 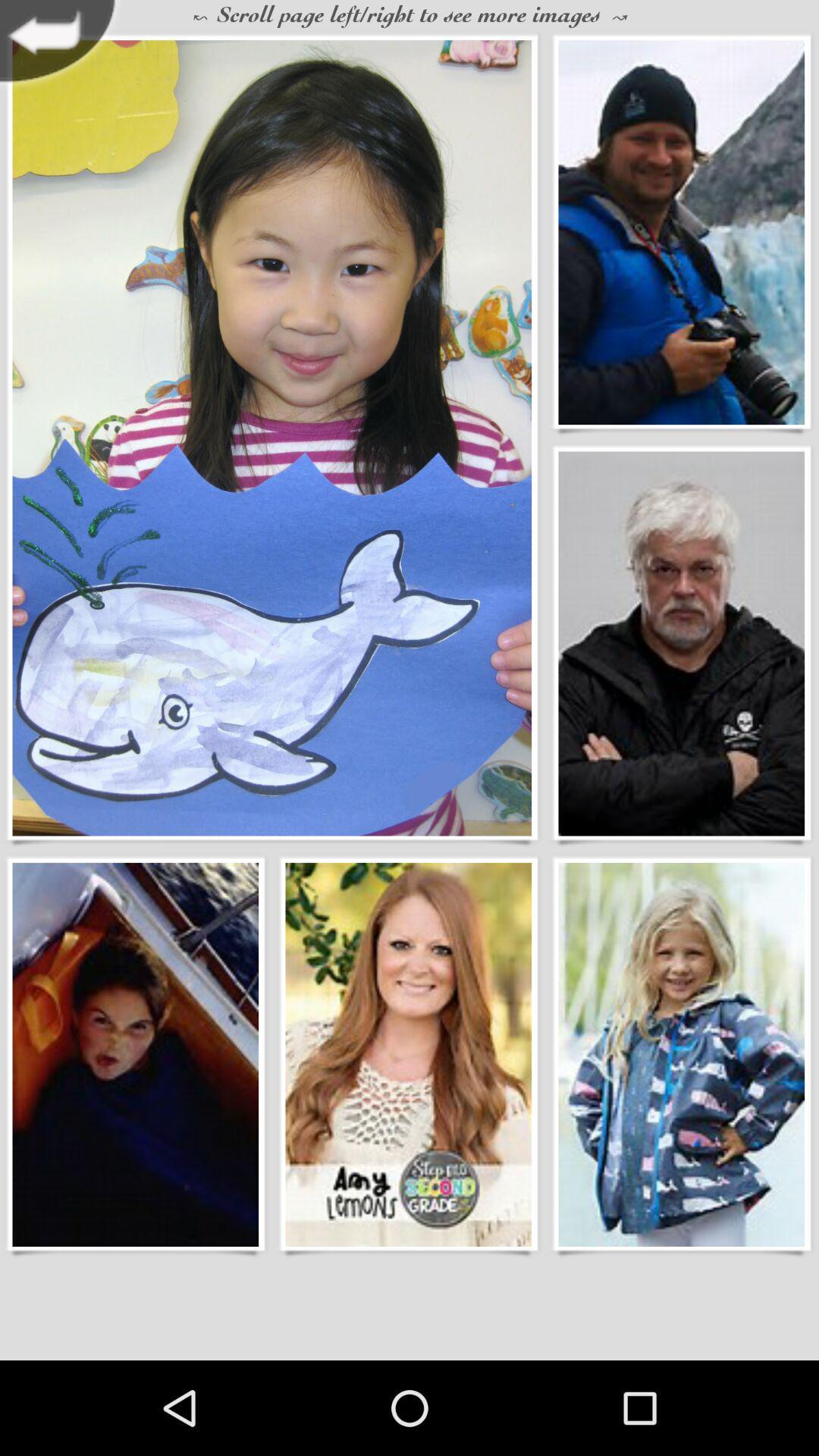 What do you see at coordinates (680, 1053) in the screenshot?
I see `the image of the small girl` at bounding box center [680, 1053].